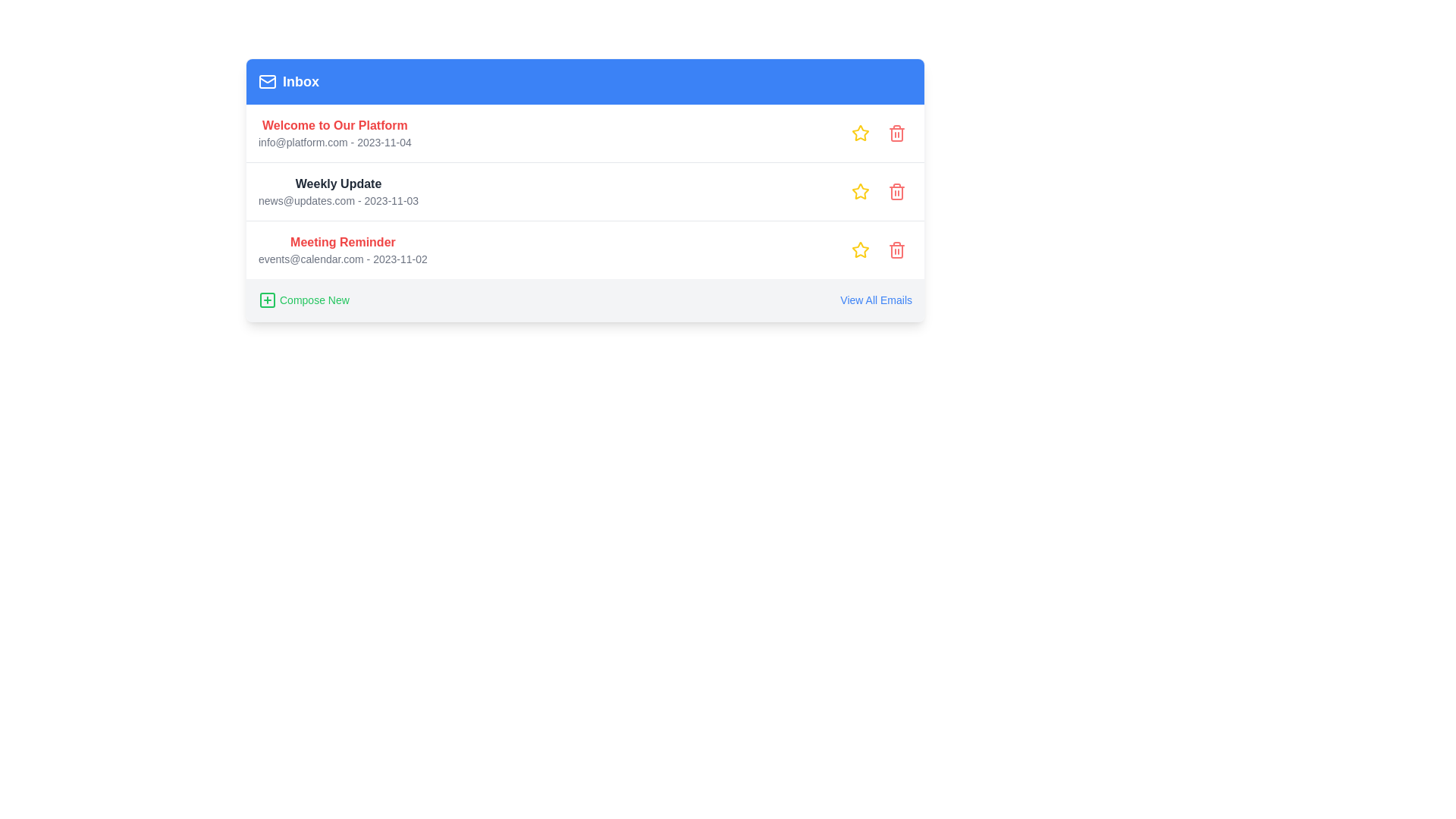  Describe the element at coordinates (342, 249) in the screenshot. I see `the 'Meeting Reminder' email listing which features bold red text and smaller gray text, located` at that location.